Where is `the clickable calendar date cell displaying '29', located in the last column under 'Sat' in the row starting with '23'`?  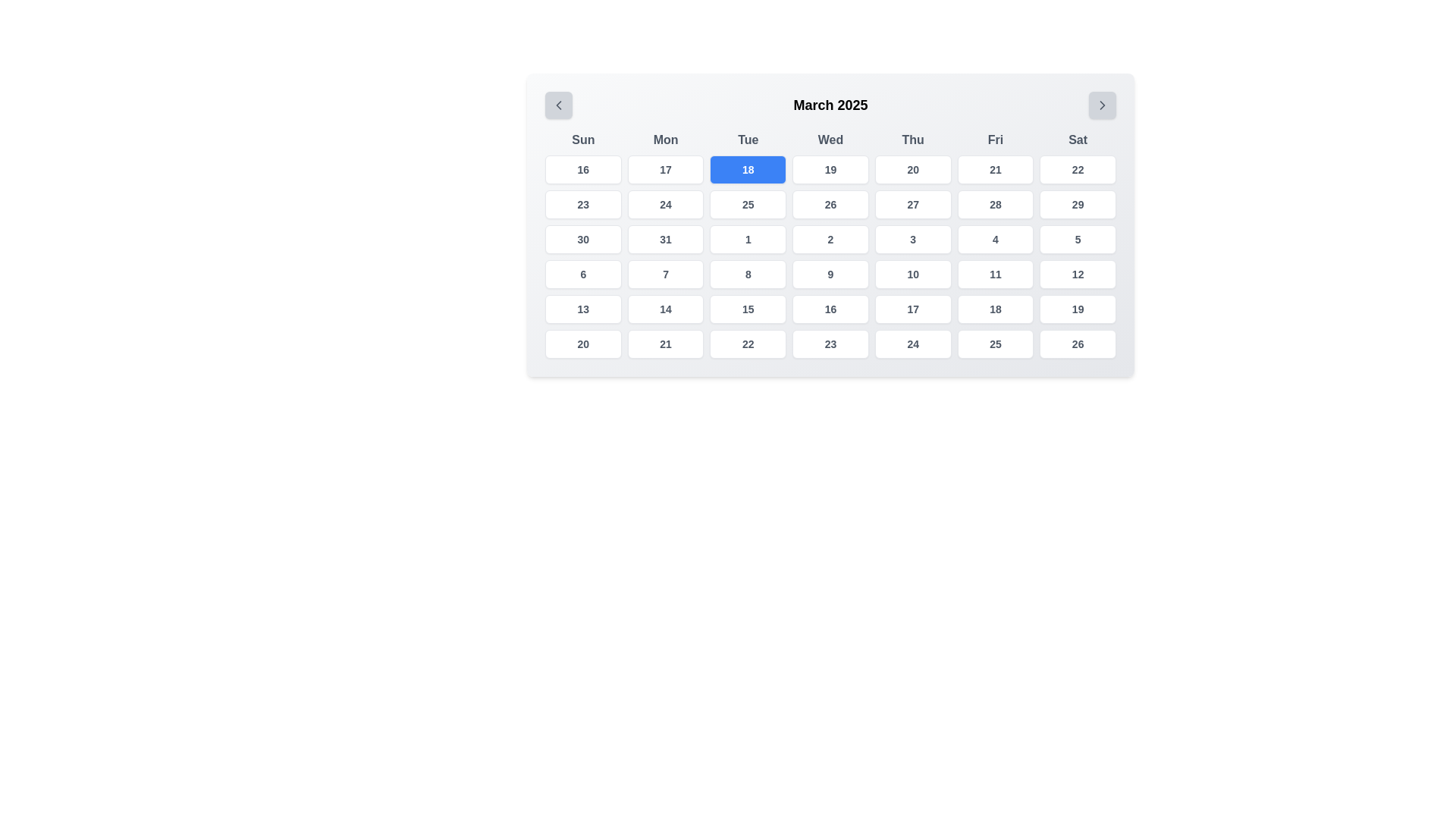 the clickable calendar date cell displaying '29', located in the last column under 'Sat' in the row starting with '23' is located at coordinates (1077, 205).